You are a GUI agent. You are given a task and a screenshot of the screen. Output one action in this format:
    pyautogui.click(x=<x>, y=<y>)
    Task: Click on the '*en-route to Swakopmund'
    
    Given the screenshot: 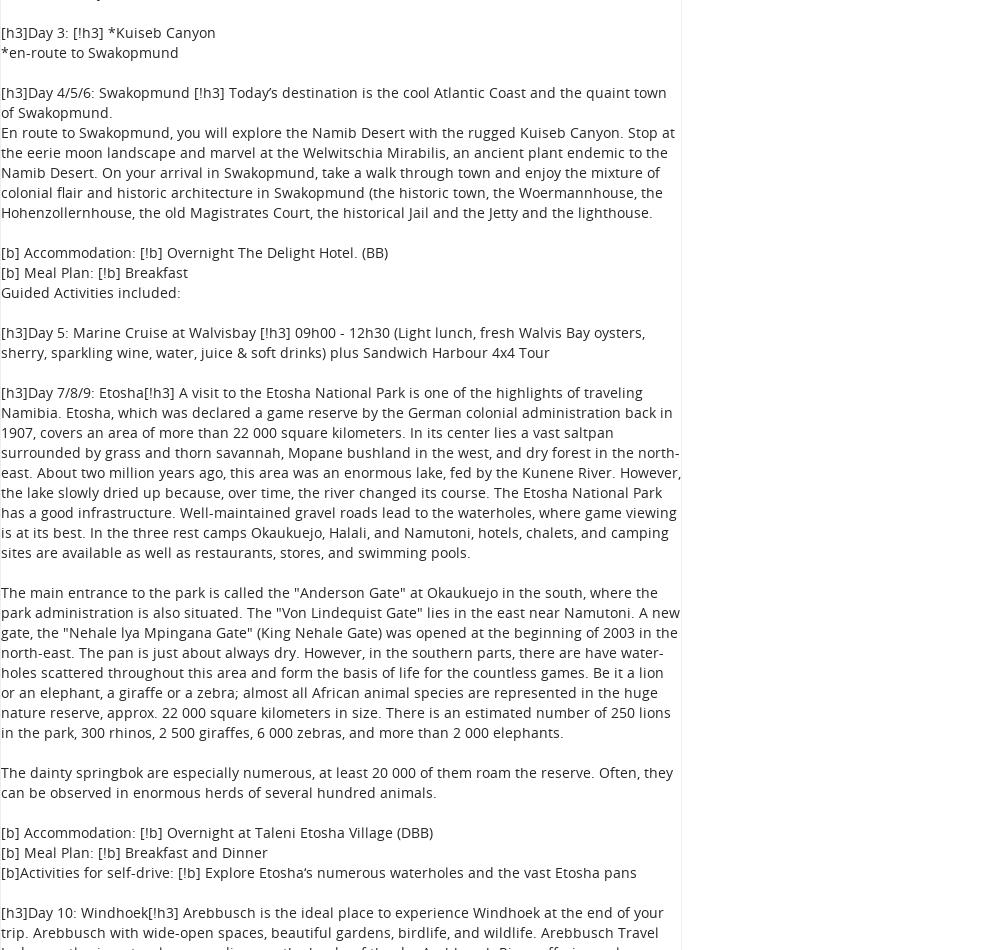 What is the action you would take?
    pyautogui.click(x=89, y=52)
    